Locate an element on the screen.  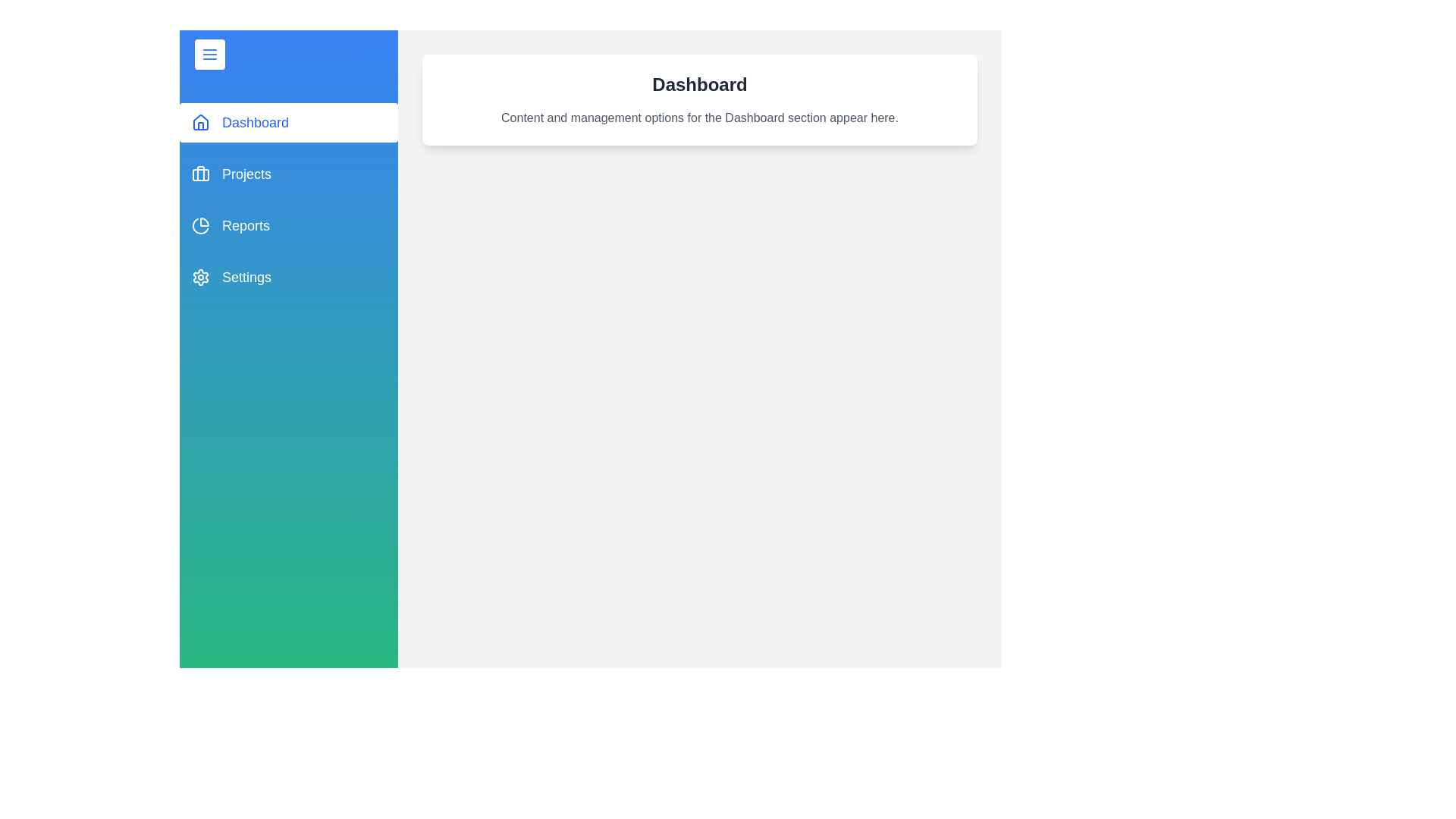
the section Reports from the navigation menu is located at coordinates (288, 225).